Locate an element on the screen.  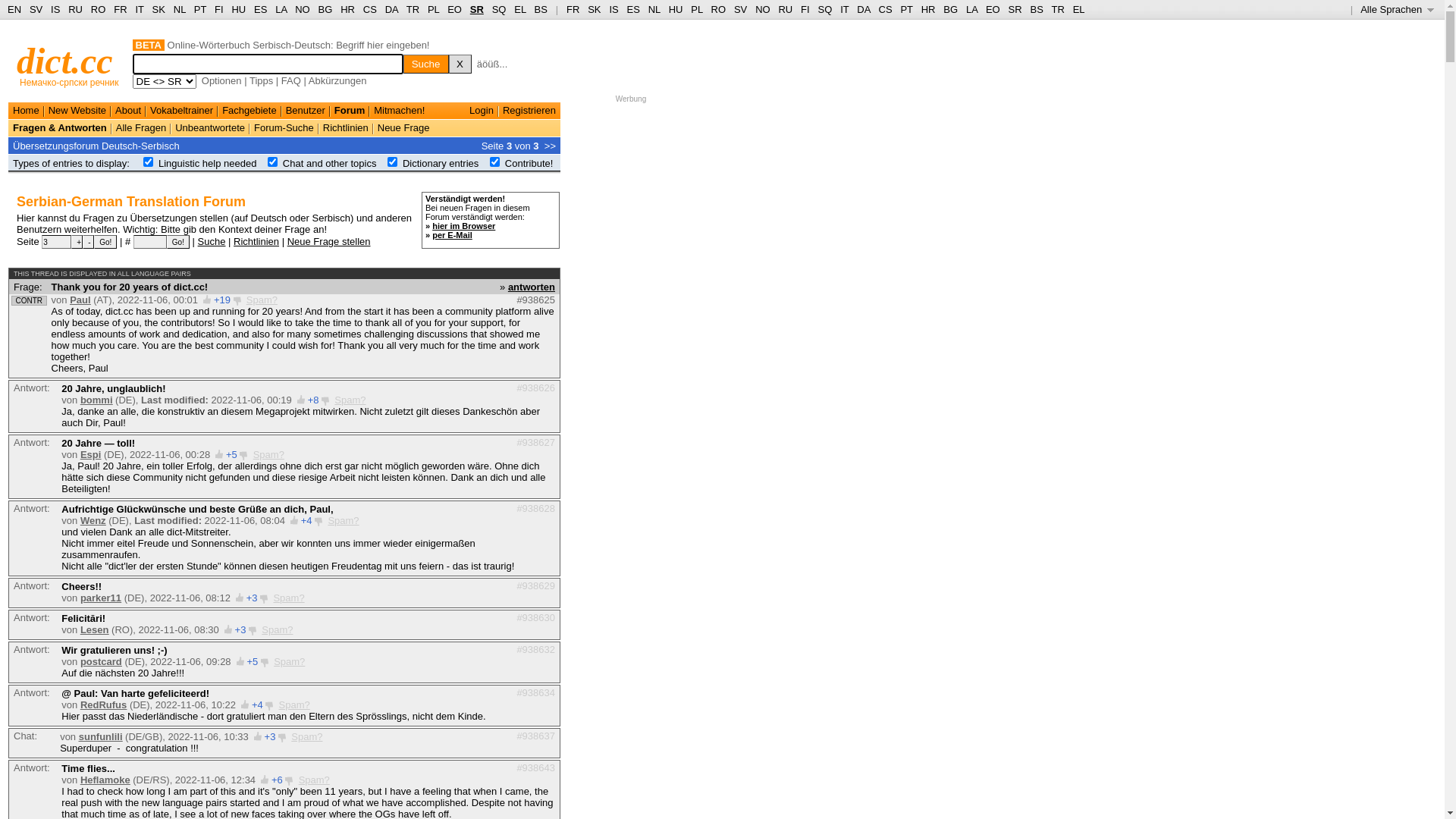
'Optionen' is located at coordinates (221, 80).